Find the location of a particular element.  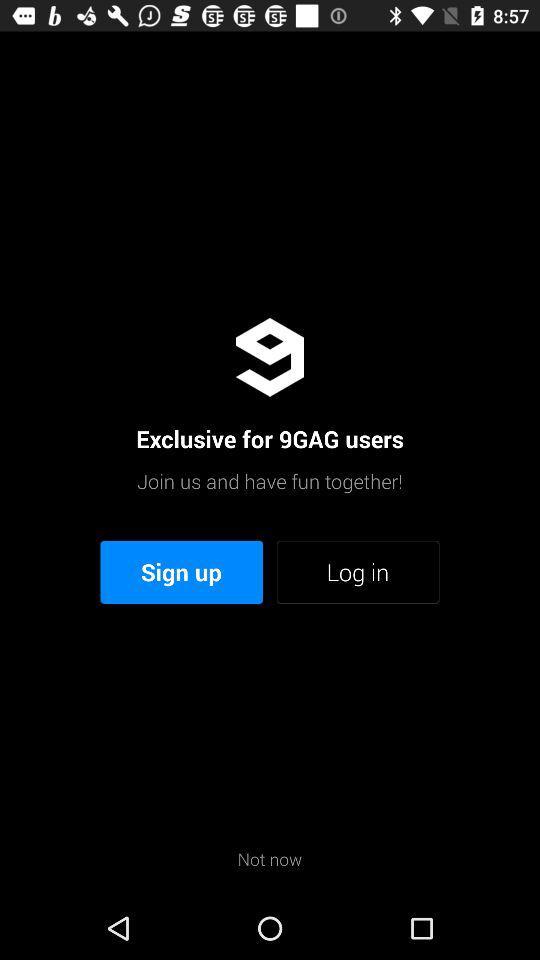

icon above not now icon is located at coordinates (357, 572).